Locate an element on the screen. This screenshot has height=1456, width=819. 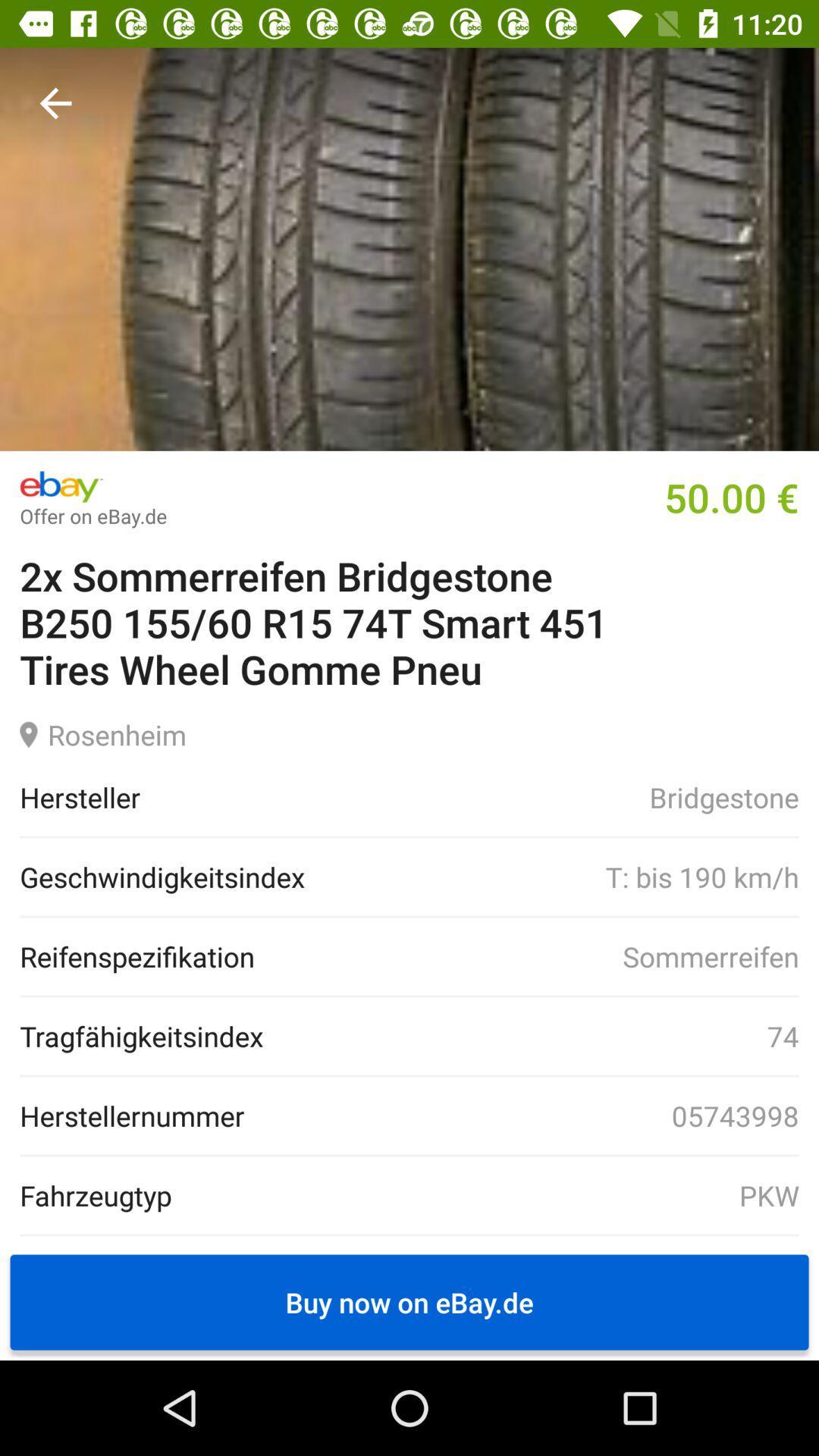
the t bis 190 item is located at coordinates (551, 877).